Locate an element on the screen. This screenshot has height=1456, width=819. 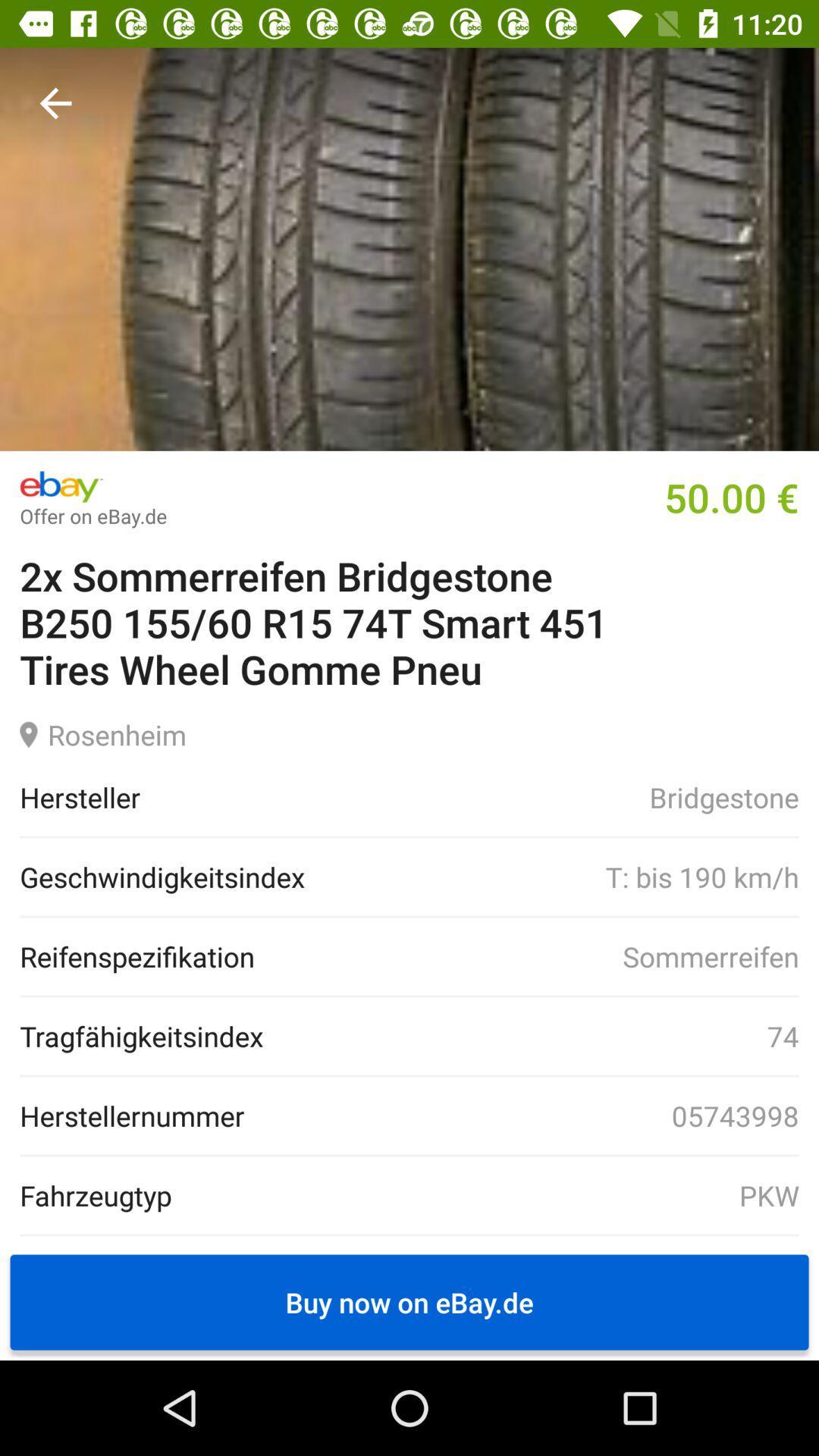
the t bis 190 item is located at coordinates (551, 877).